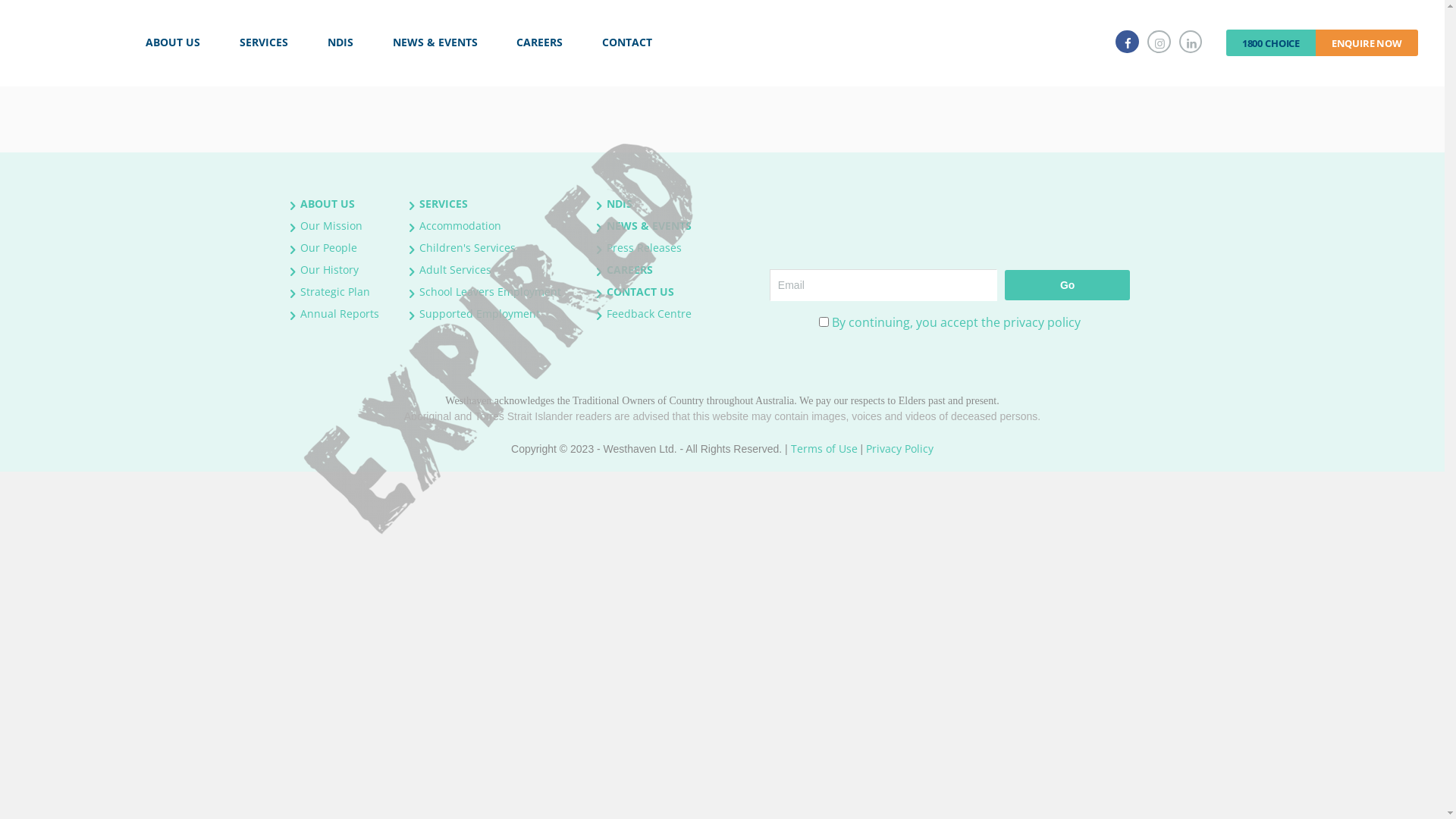 The height and width of the screenshot is (819, 1456). I want to click on 'SERVICES', so click(263, 42).